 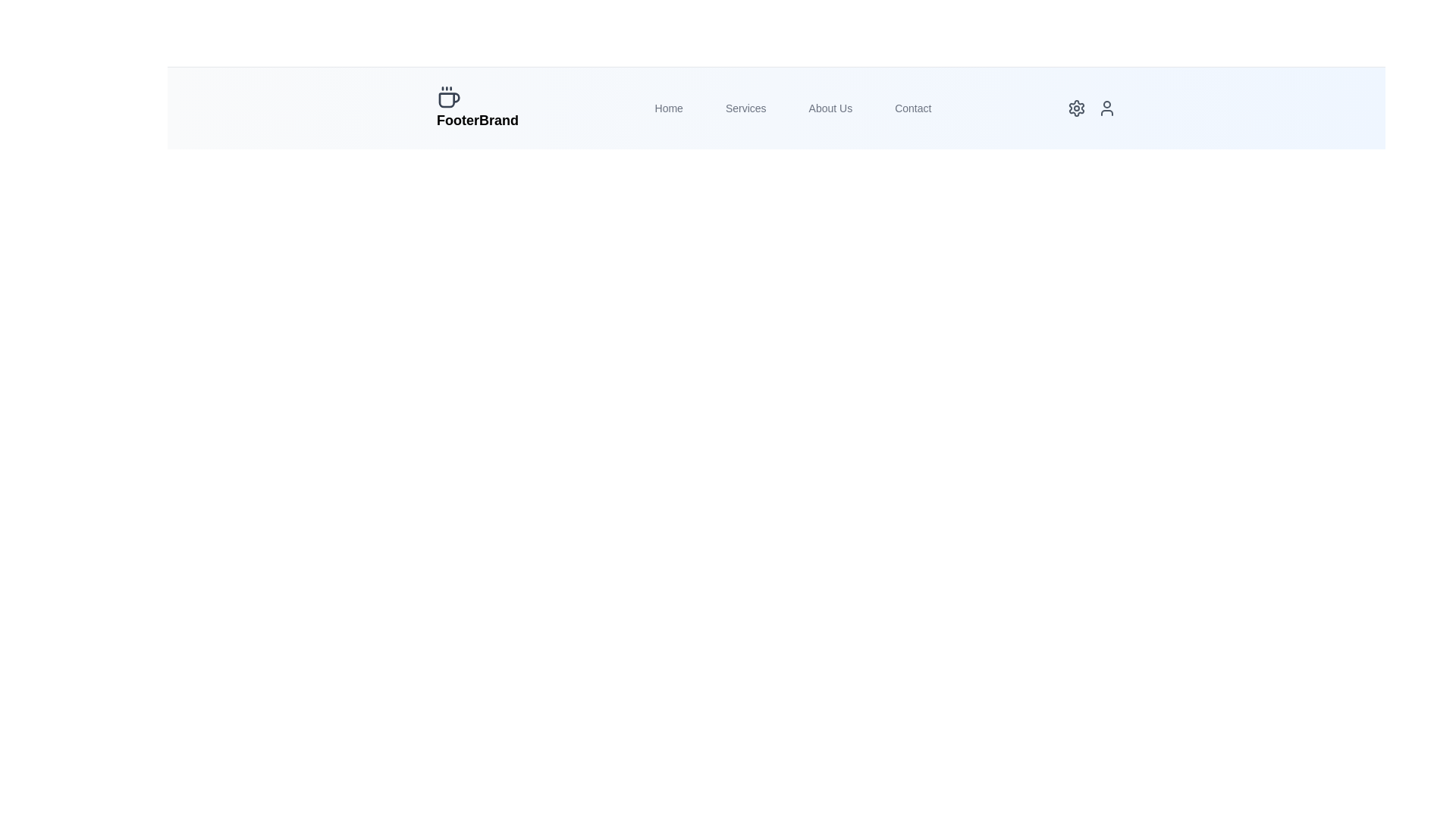 What do you see at coordinates (912, 107) in the screenshot?
I see `the 'Contact' link in the navigation bar` at bounding box center [912, 107].